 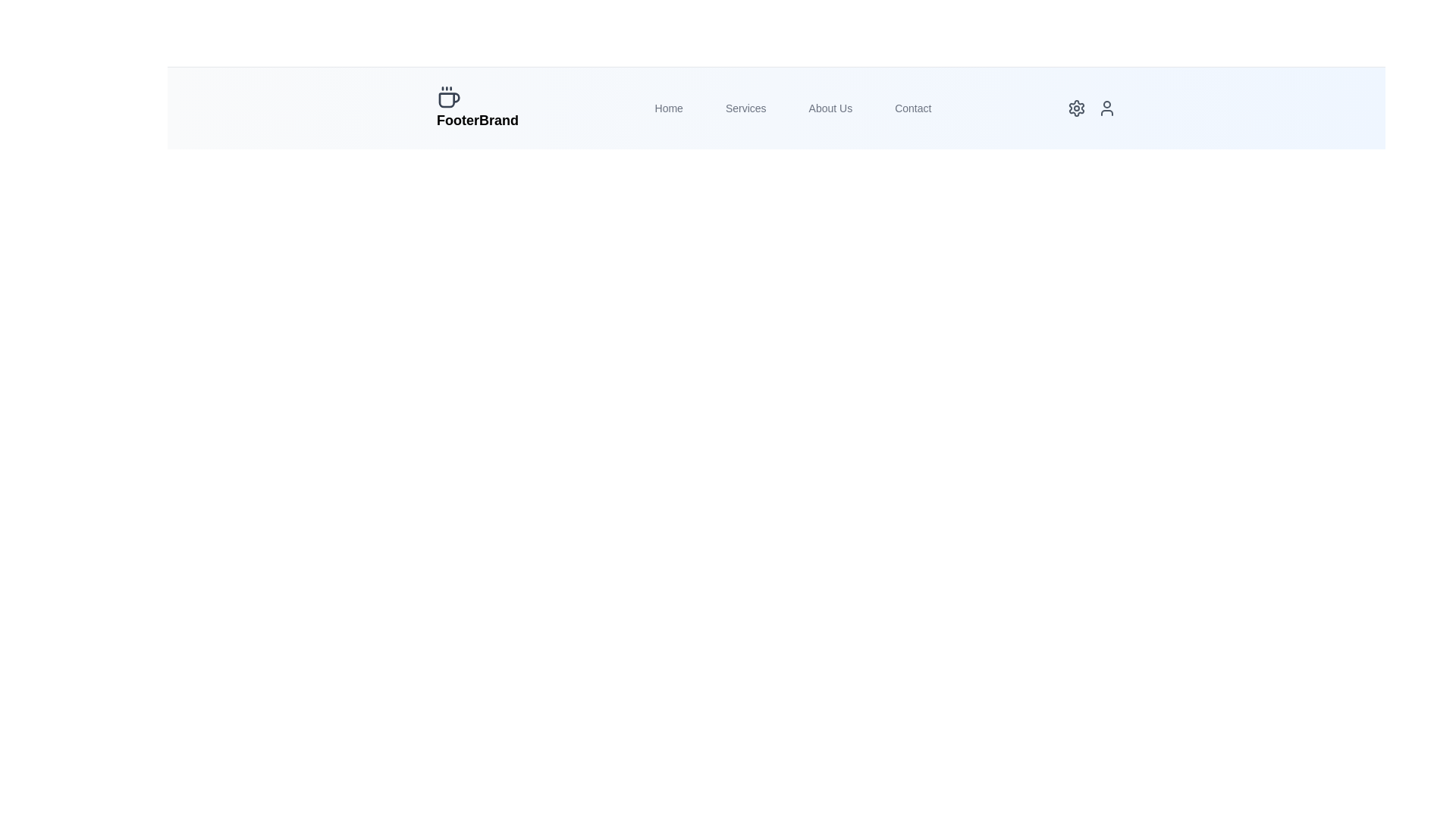 What do you see at coordinates (912, 107) in the screenshot?
I see `the 'Contact' link in the navigation bar` at bounding box center [912, 107].